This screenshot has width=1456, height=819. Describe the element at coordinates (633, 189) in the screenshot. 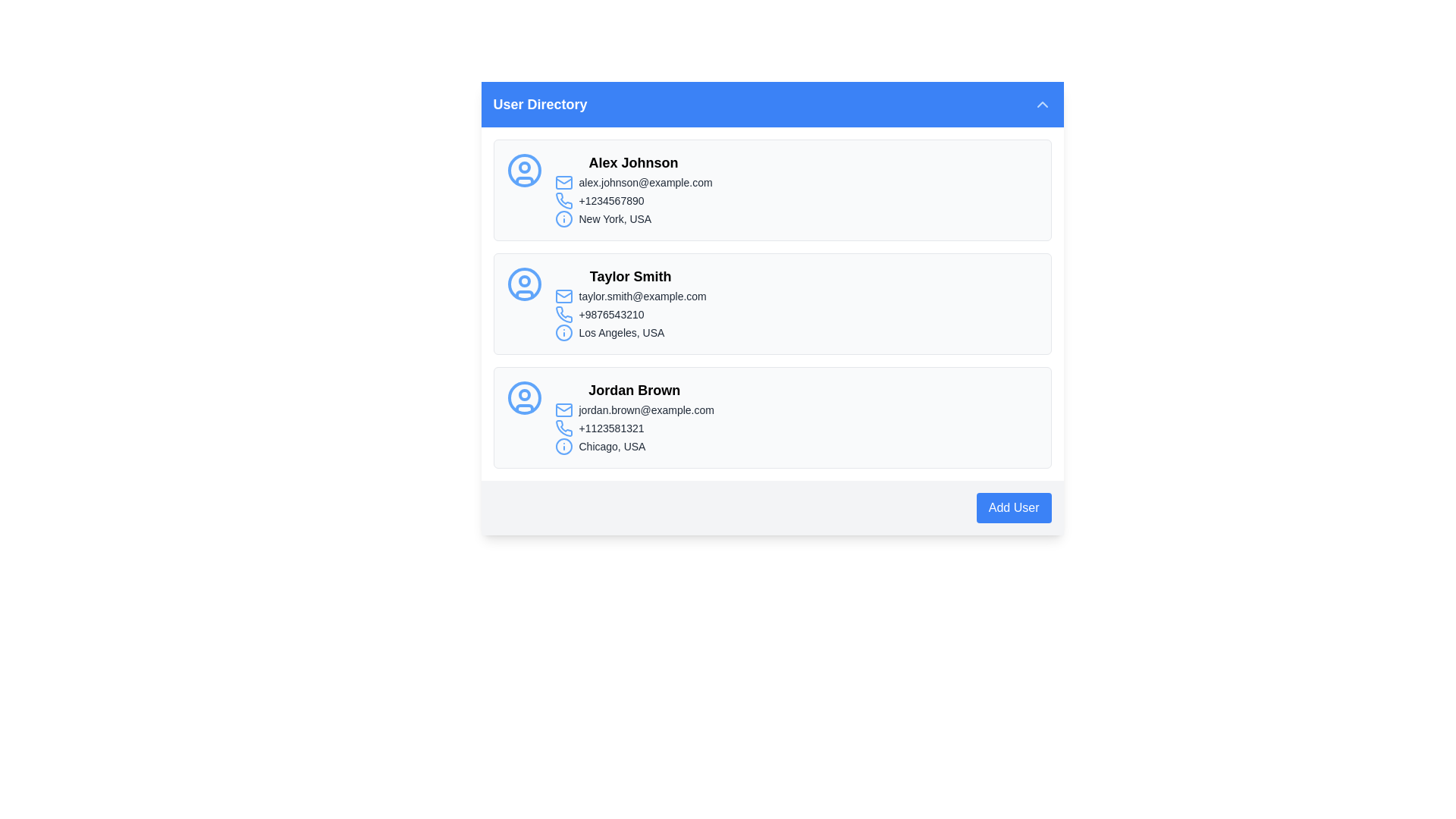

I see `contact details from the first contact information block in the user directory, which includes the name, email address, phone number, and location` at that location.